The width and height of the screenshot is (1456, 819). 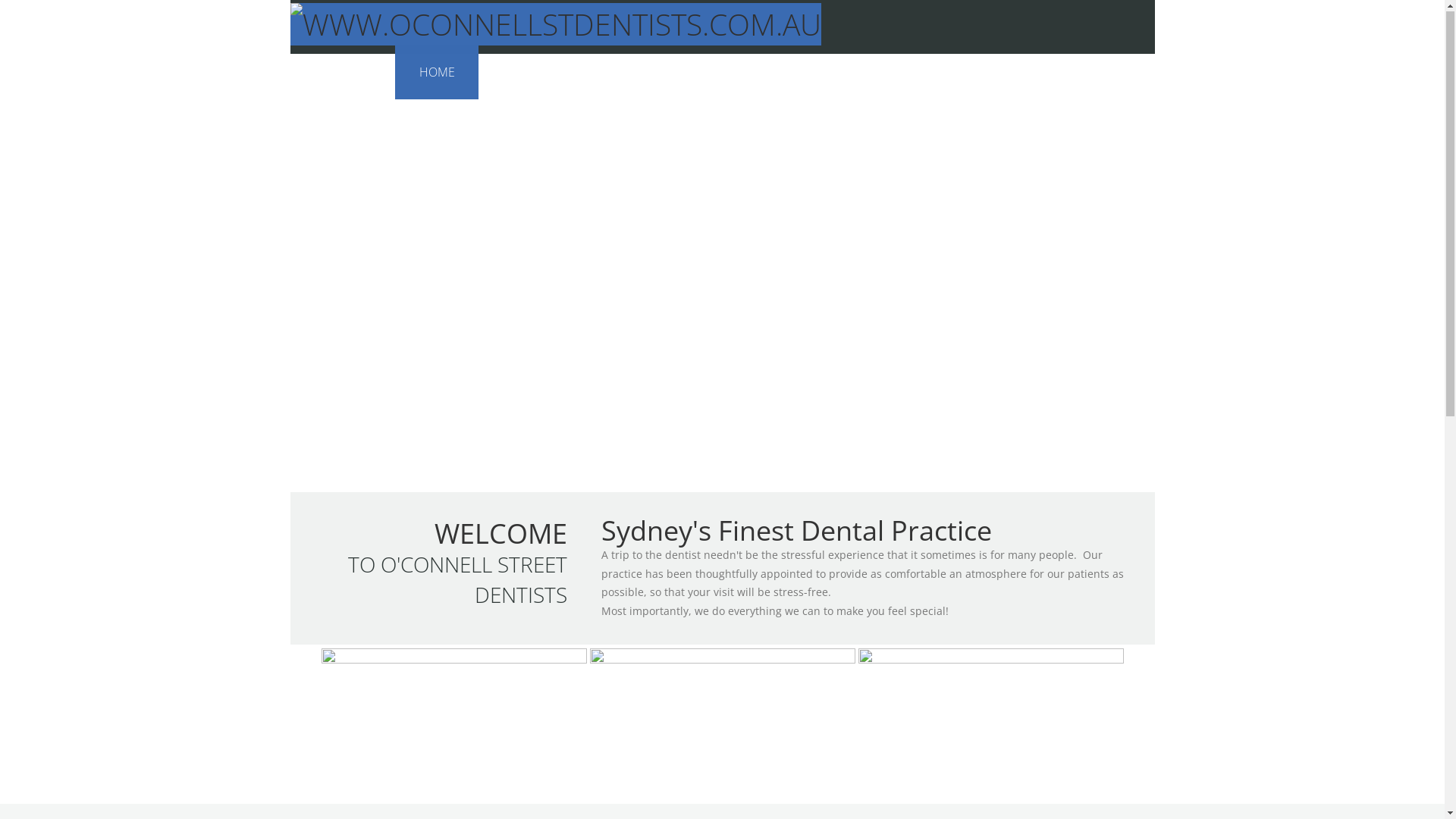 What do you see at coordinates (823, 73) in the screenshot?
I see `'WHAT WE PROVIDE'` at bounding box center [823, 73].